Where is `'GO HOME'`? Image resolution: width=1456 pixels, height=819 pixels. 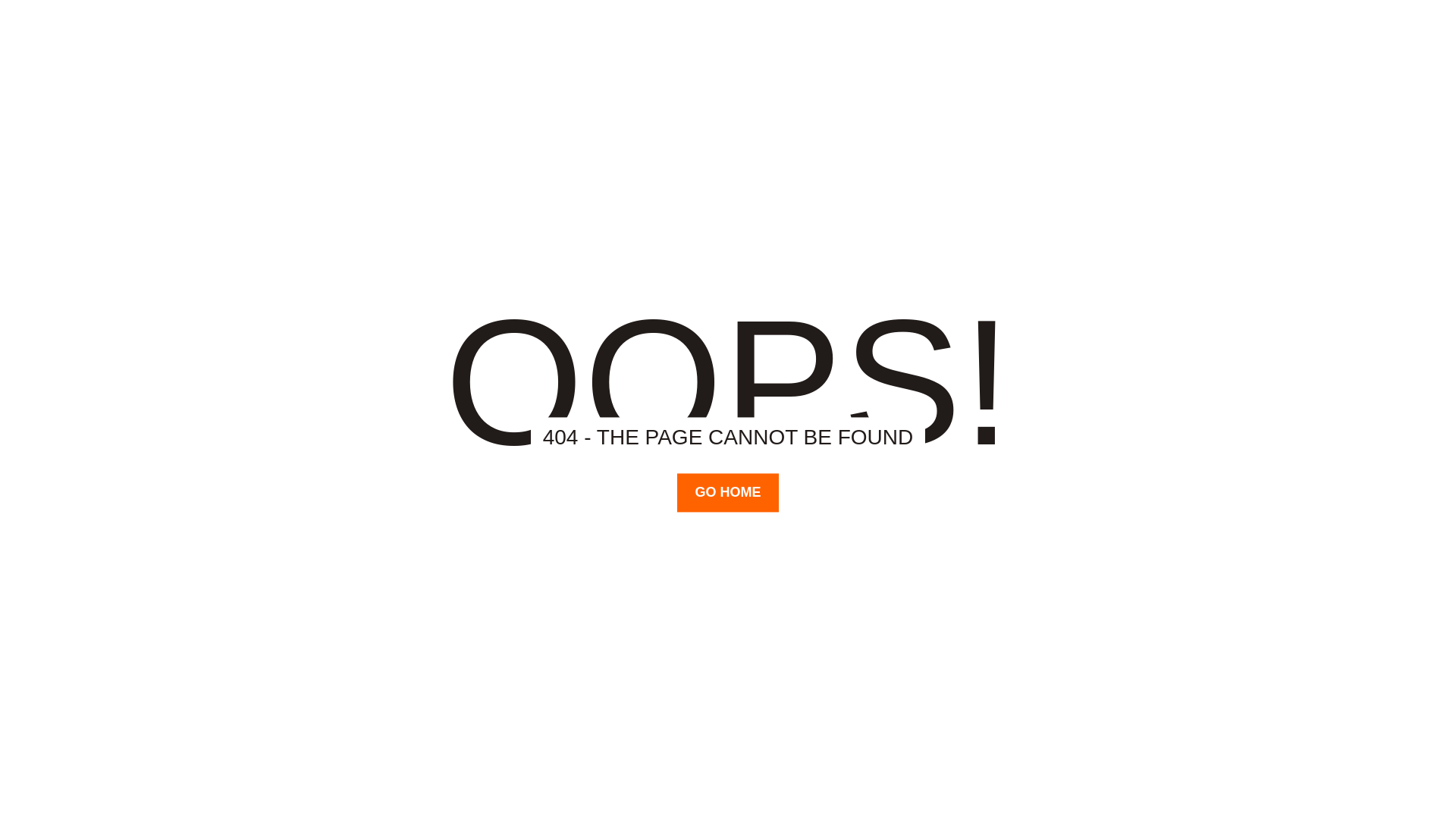
'GO HOME' is located at coordinates (726, 492).